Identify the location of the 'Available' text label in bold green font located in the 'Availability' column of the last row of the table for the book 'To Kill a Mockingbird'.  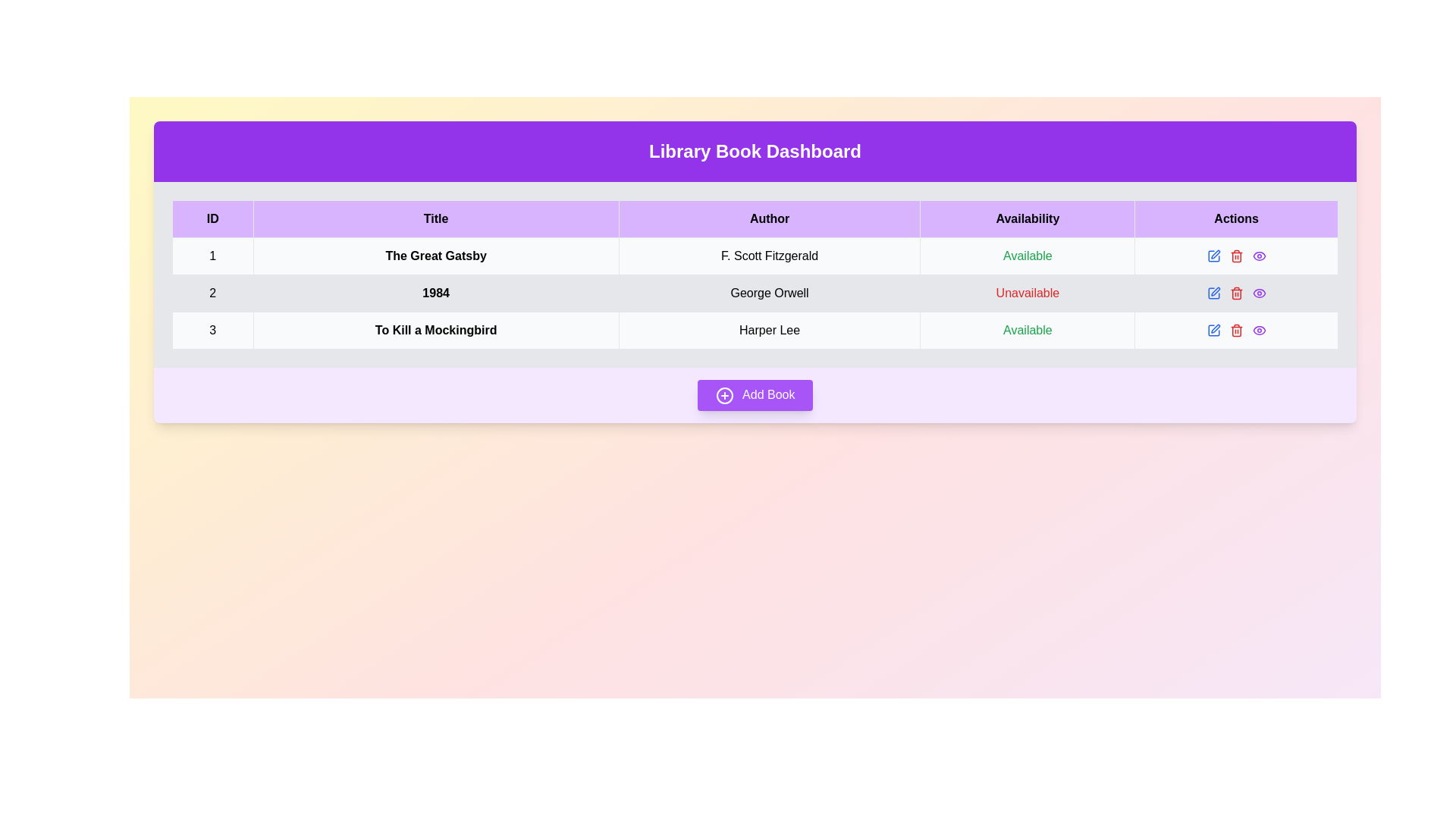
(1028, 329).